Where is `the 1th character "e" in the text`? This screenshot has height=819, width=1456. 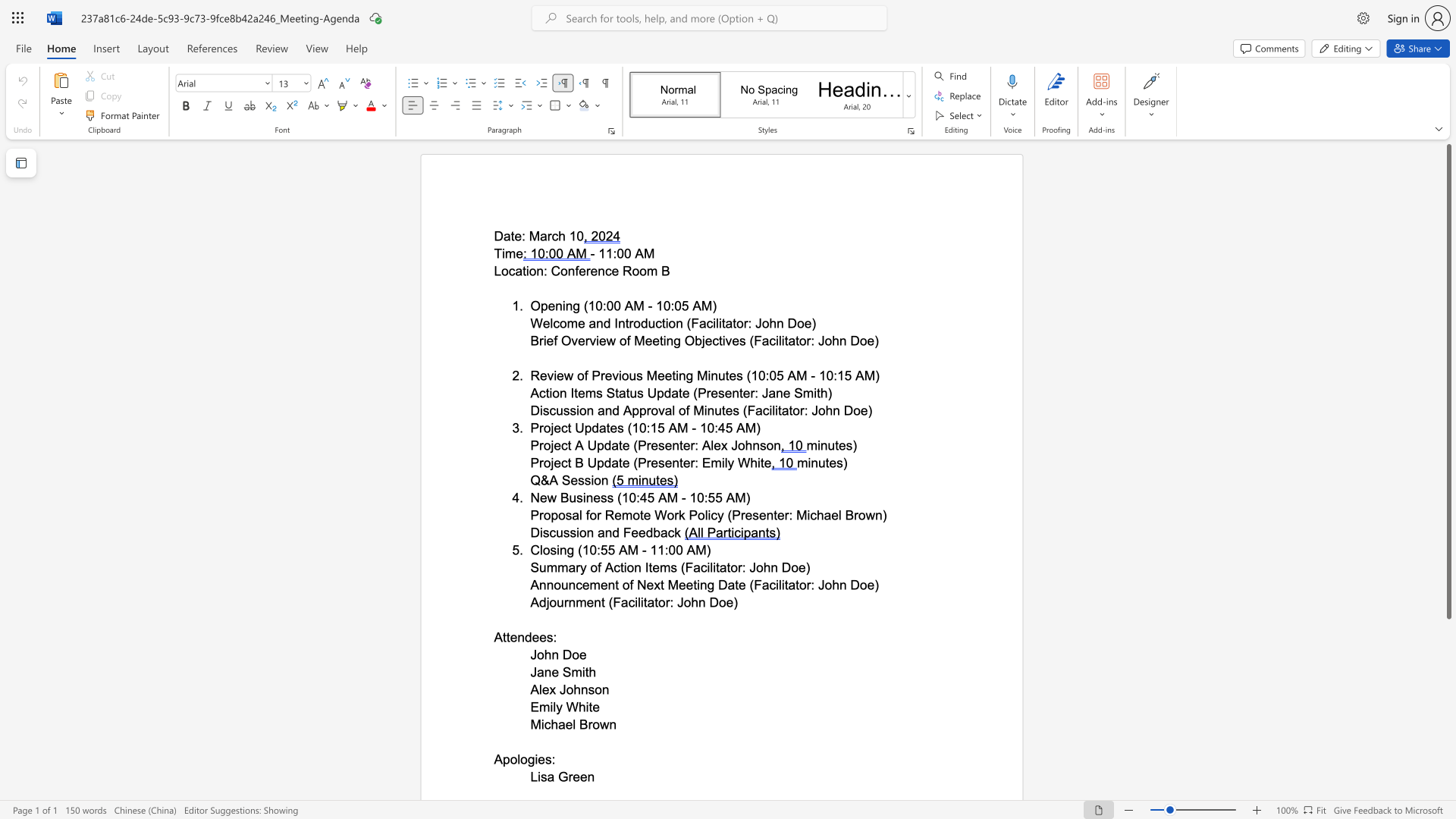 the 1th character "e" in the text is located at coordinates (618, 514).